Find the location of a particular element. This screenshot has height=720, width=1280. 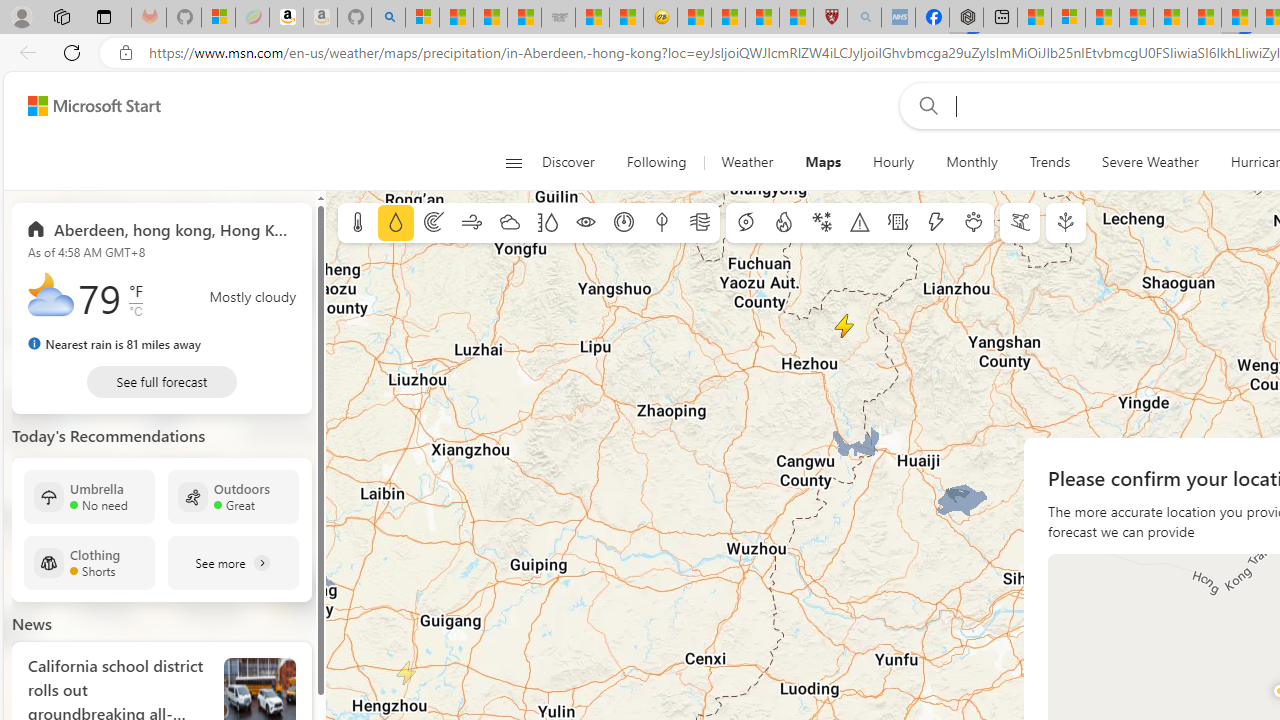

'Science - MSN' is located at coordinates (761, 17).